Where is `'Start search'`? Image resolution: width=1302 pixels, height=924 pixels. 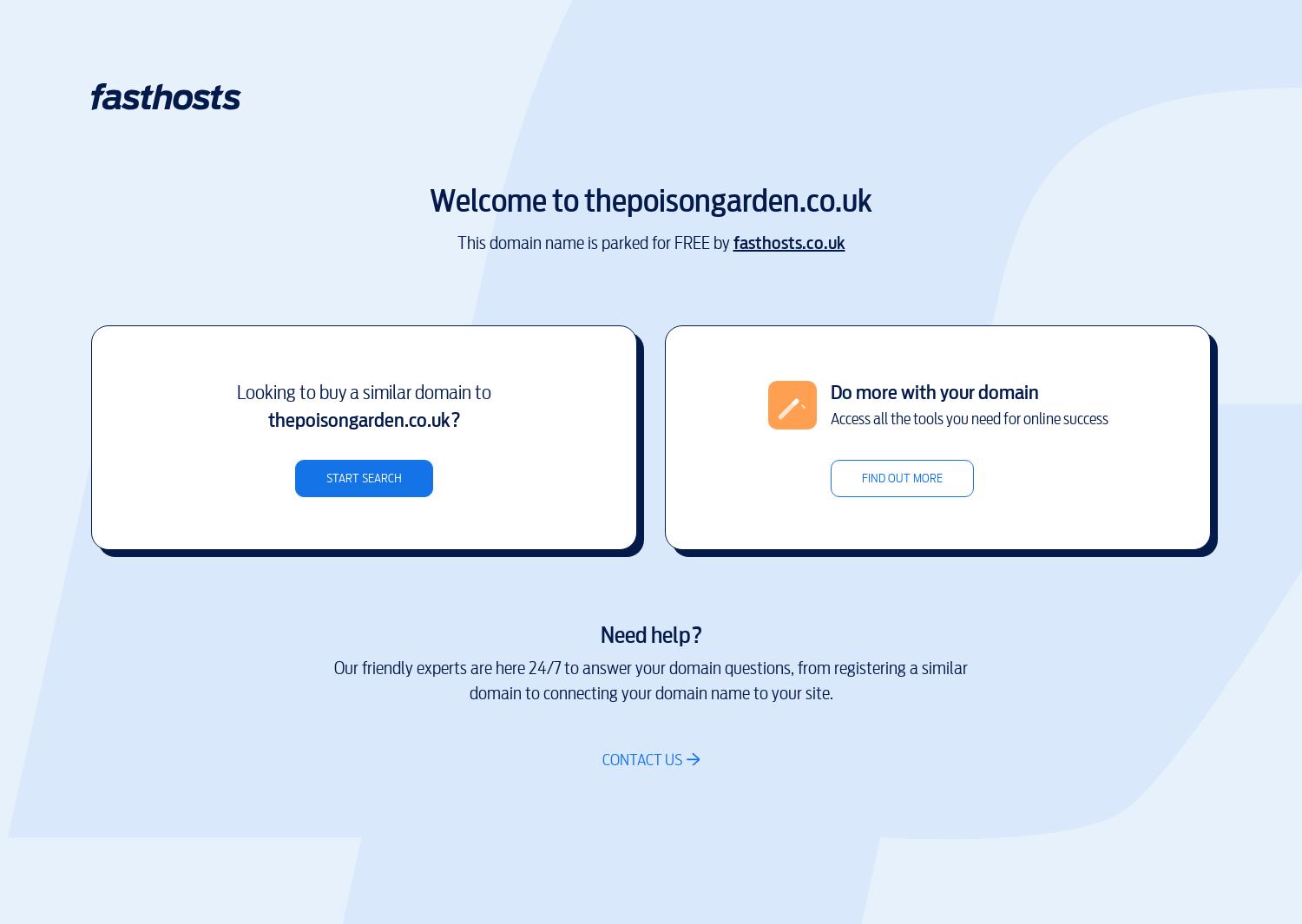
'Start search' is located at coordinates (326, 477).